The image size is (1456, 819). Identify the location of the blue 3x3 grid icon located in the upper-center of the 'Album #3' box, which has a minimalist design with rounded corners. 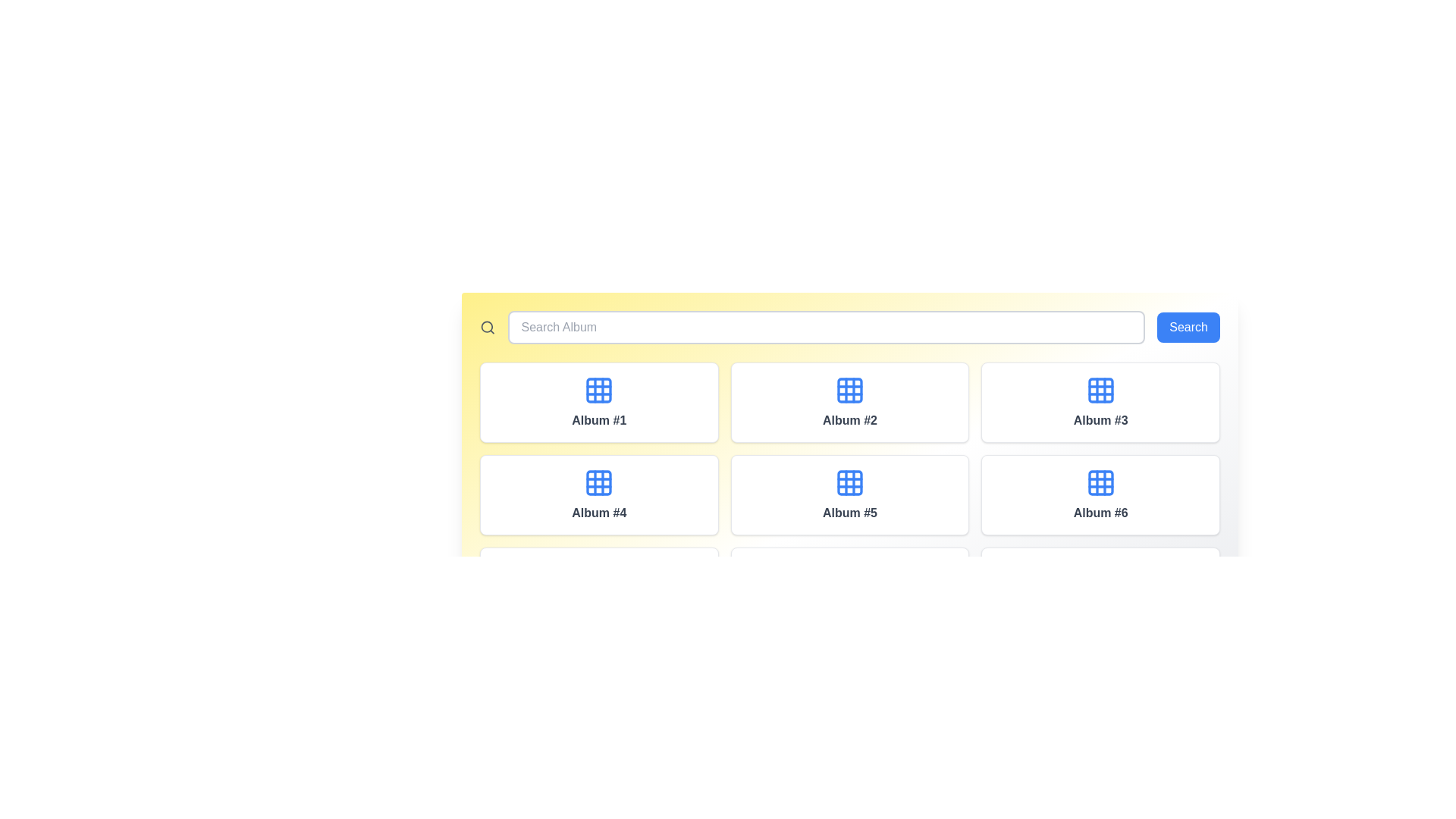
(1100, 390).